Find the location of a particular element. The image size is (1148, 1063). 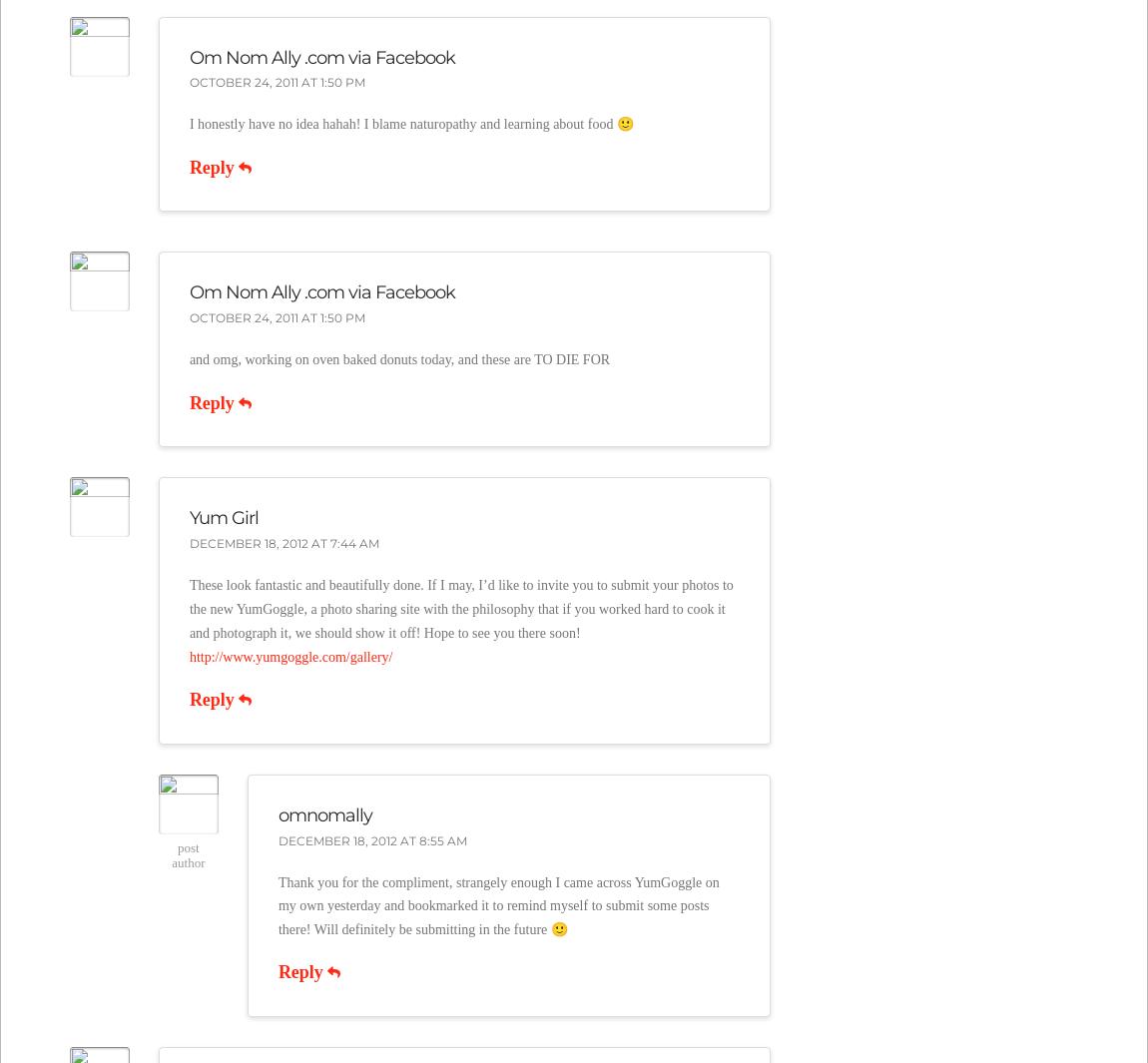

'These look fantastic and beautifully done.  If I may, I’d like to invite you to submit your photos to the new YumGoggle, a photo sharing site with the philosophy that if you worked hard to cook it and photograph it, we should show it off!  Hope to see you there soon!' is located at coordinates (187, 609).